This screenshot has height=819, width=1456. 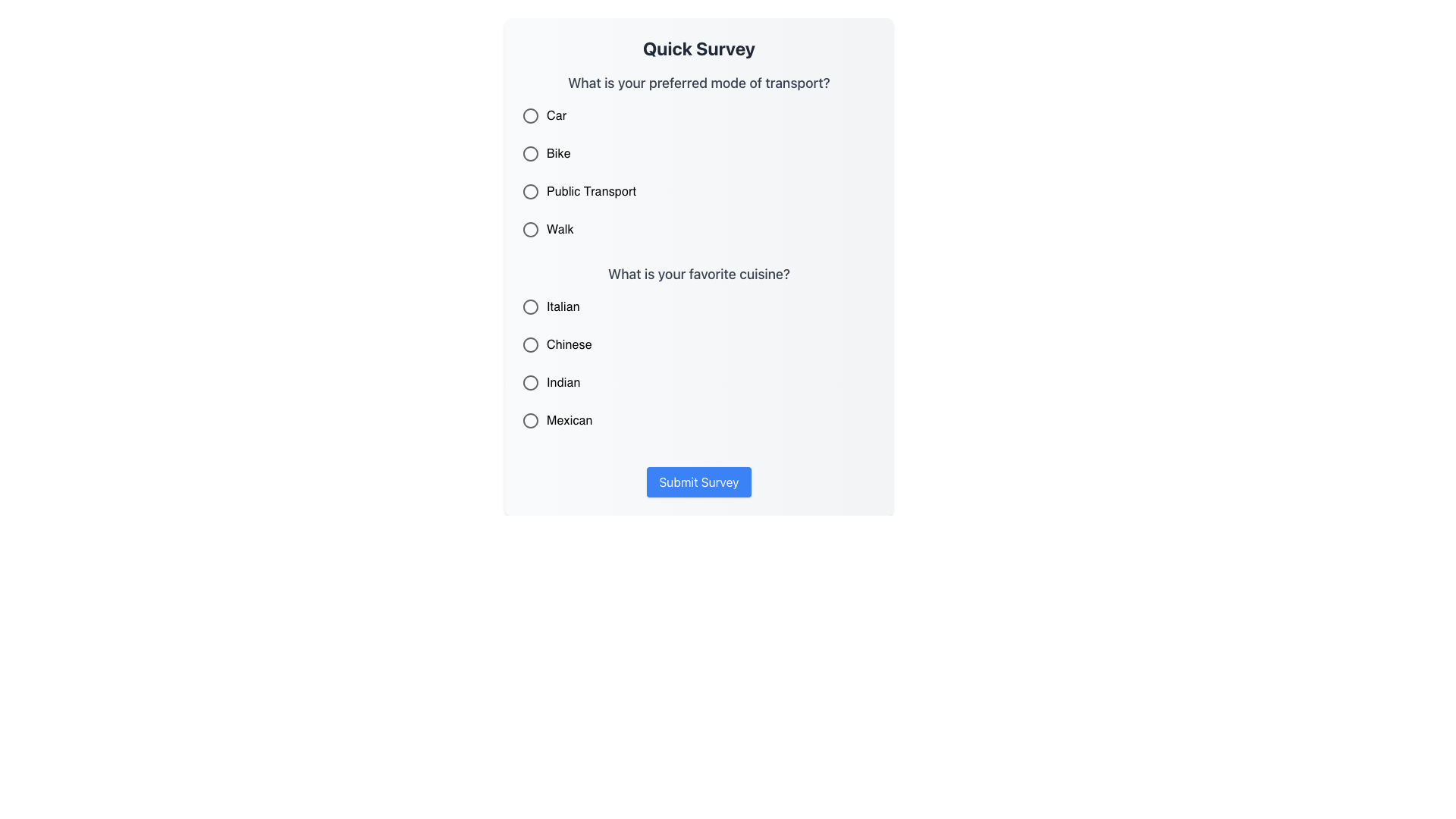 I want to click on the radio button labeled 'Indian', so click(x=688, y=382).